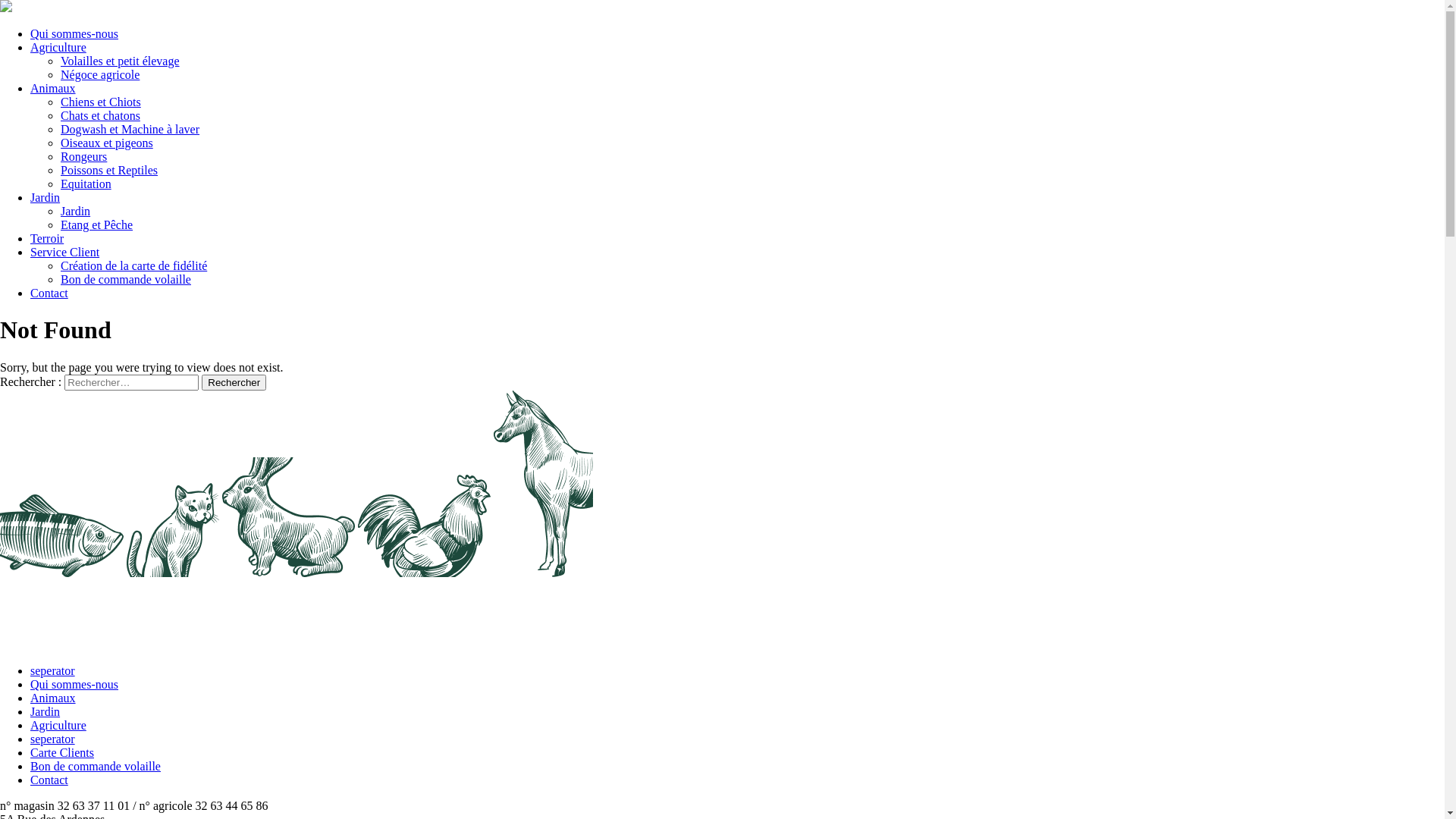 The height and width of the screenshot is (819, 1456). Describe the element at coordinates (94, 766) in the screenshot. I see `'Bon de commande volaille'` at that location.